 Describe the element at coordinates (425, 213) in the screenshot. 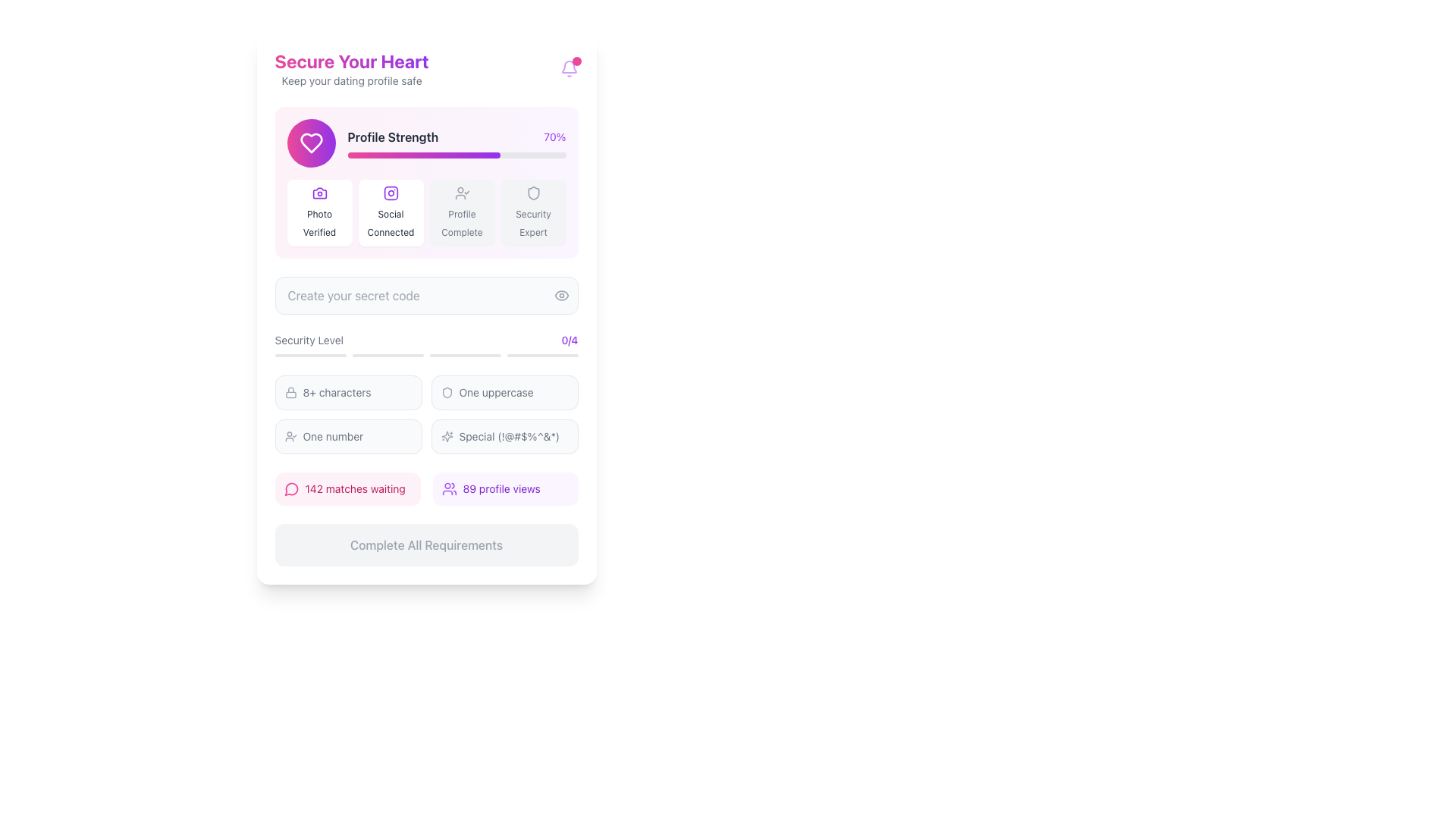

I see `the information in the 'Social Connected' text field, which is the second section in a grid layout of four sections, highlighted and labeled accordingly` at that location.